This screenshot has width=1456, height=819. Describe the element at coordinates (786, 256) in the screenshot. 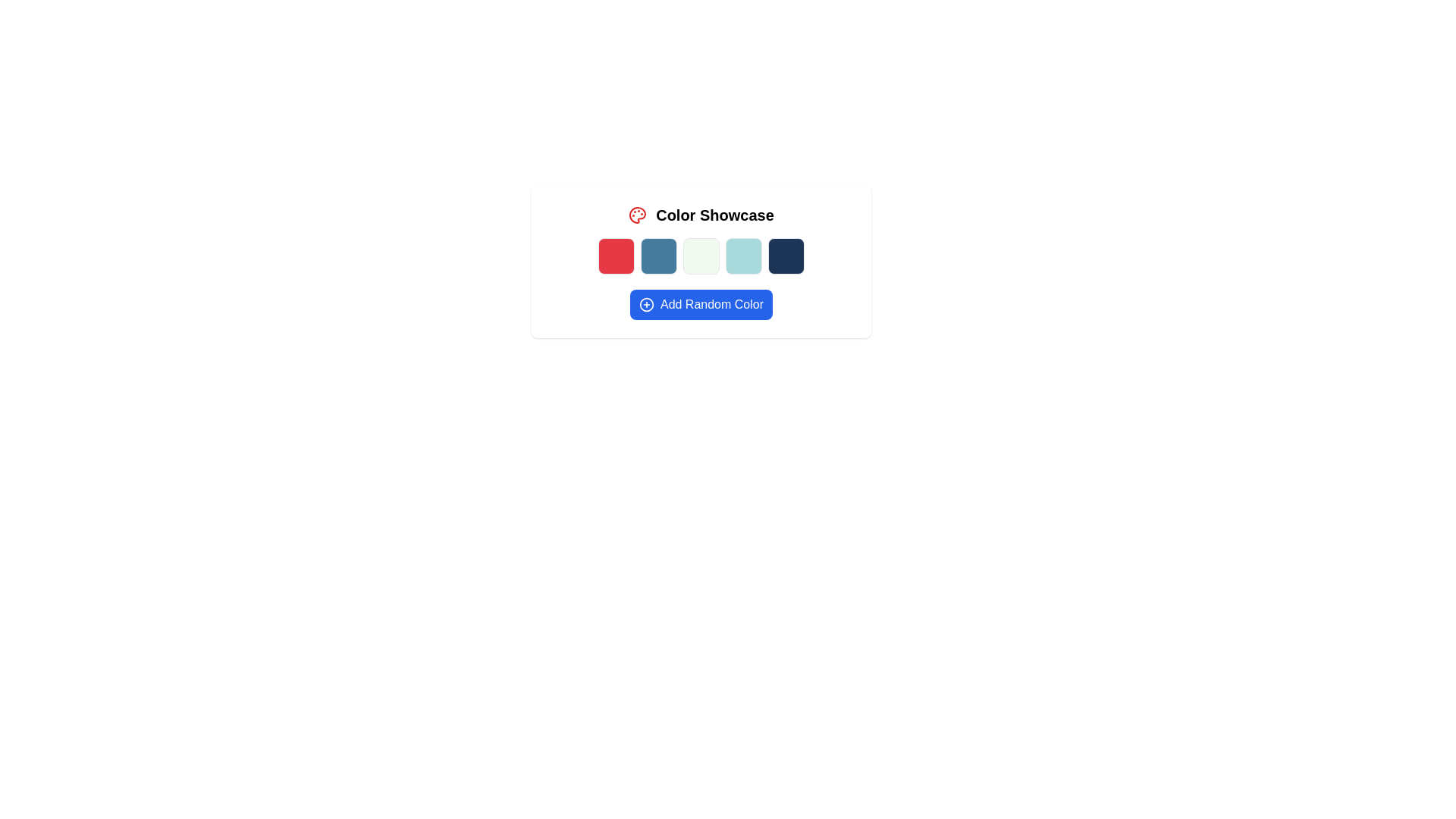

I see `the fifth and last static color swatch tile located at the bottom center of the layout` at that location.